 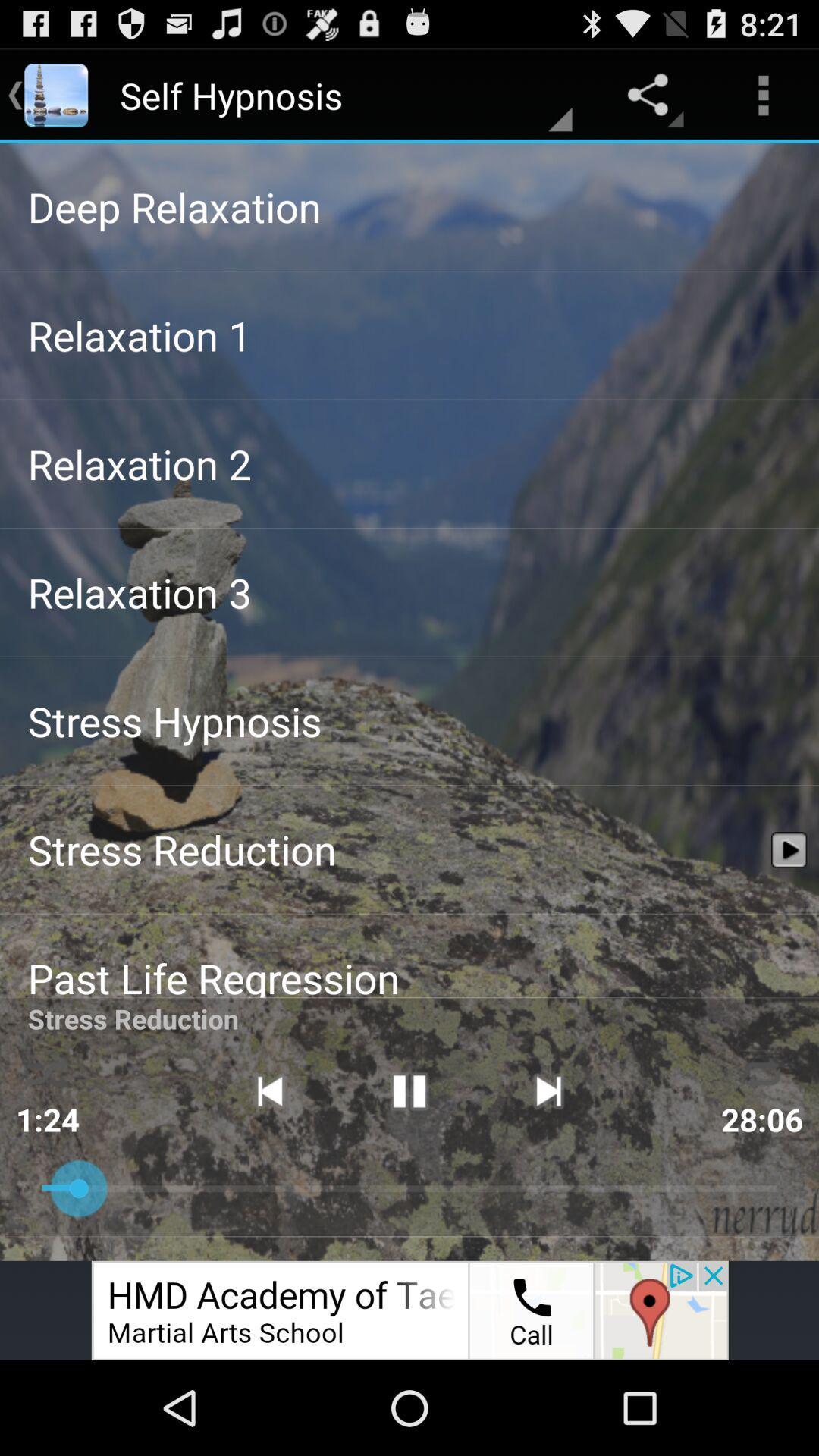 I want to click on advertisement, so click(x=409, y=1310).